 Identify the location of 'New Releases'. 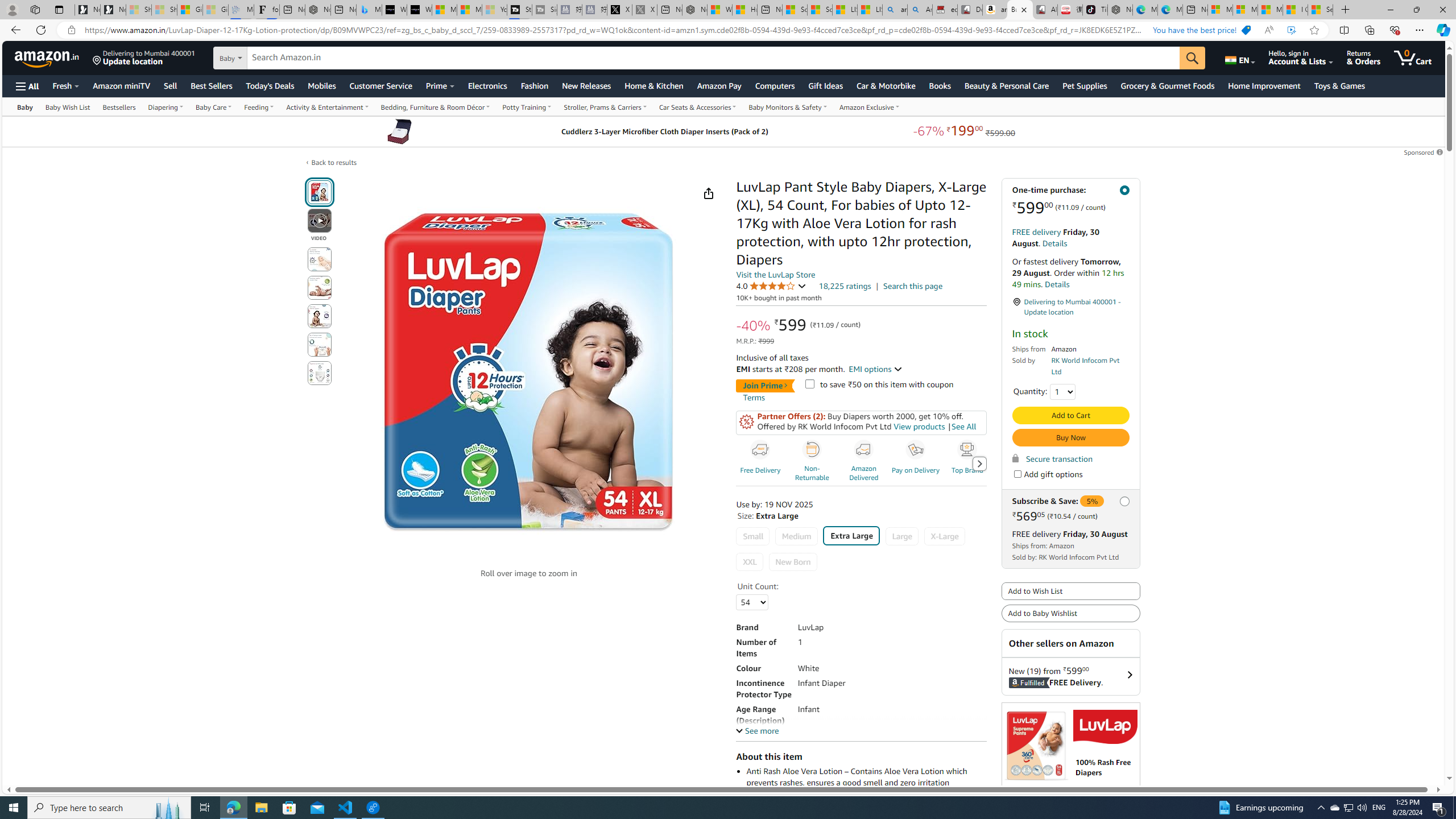
(586, 85).